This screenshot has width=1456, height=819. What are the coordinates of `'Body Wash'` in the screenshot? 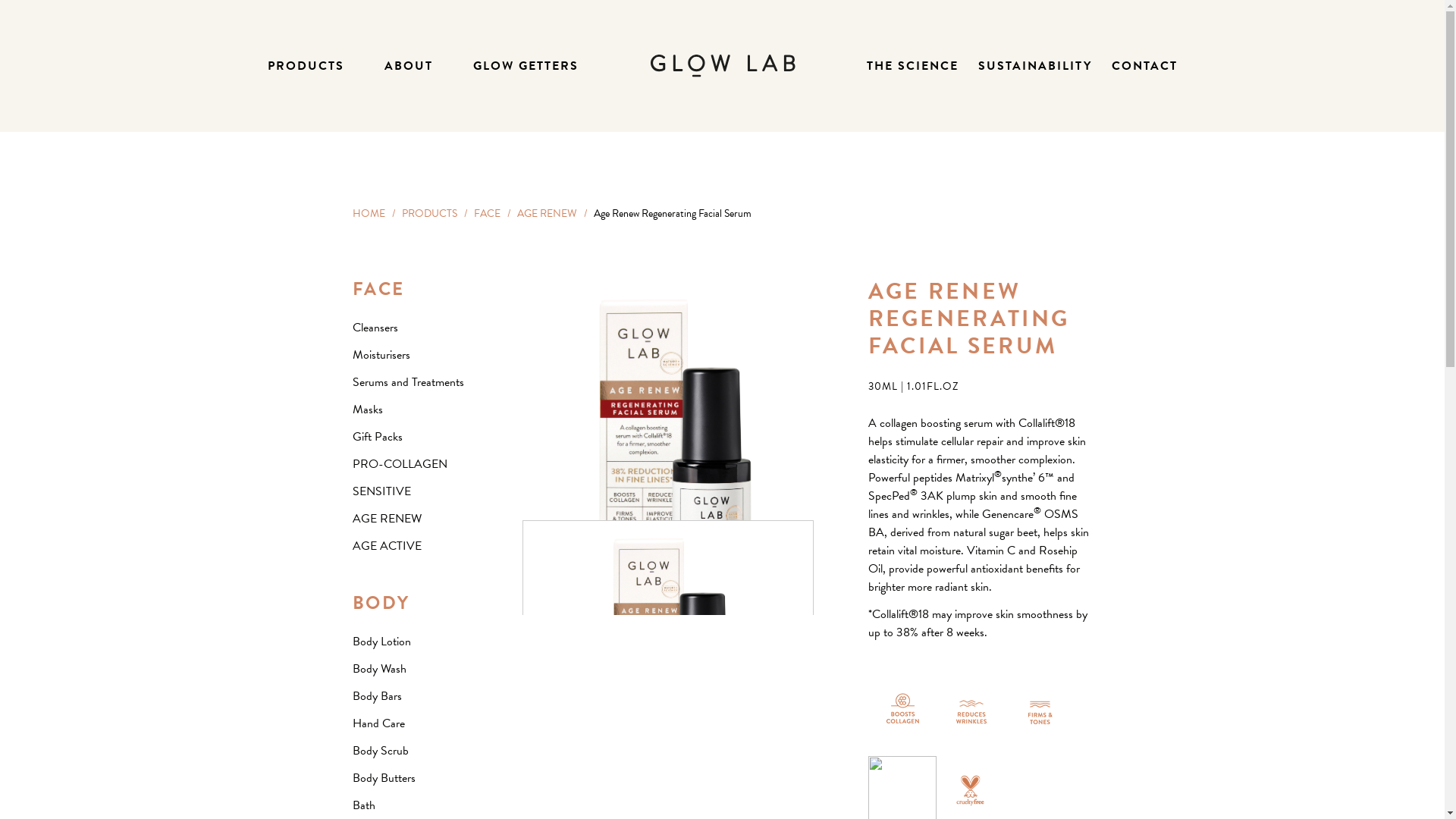 It's located at (351, 668).